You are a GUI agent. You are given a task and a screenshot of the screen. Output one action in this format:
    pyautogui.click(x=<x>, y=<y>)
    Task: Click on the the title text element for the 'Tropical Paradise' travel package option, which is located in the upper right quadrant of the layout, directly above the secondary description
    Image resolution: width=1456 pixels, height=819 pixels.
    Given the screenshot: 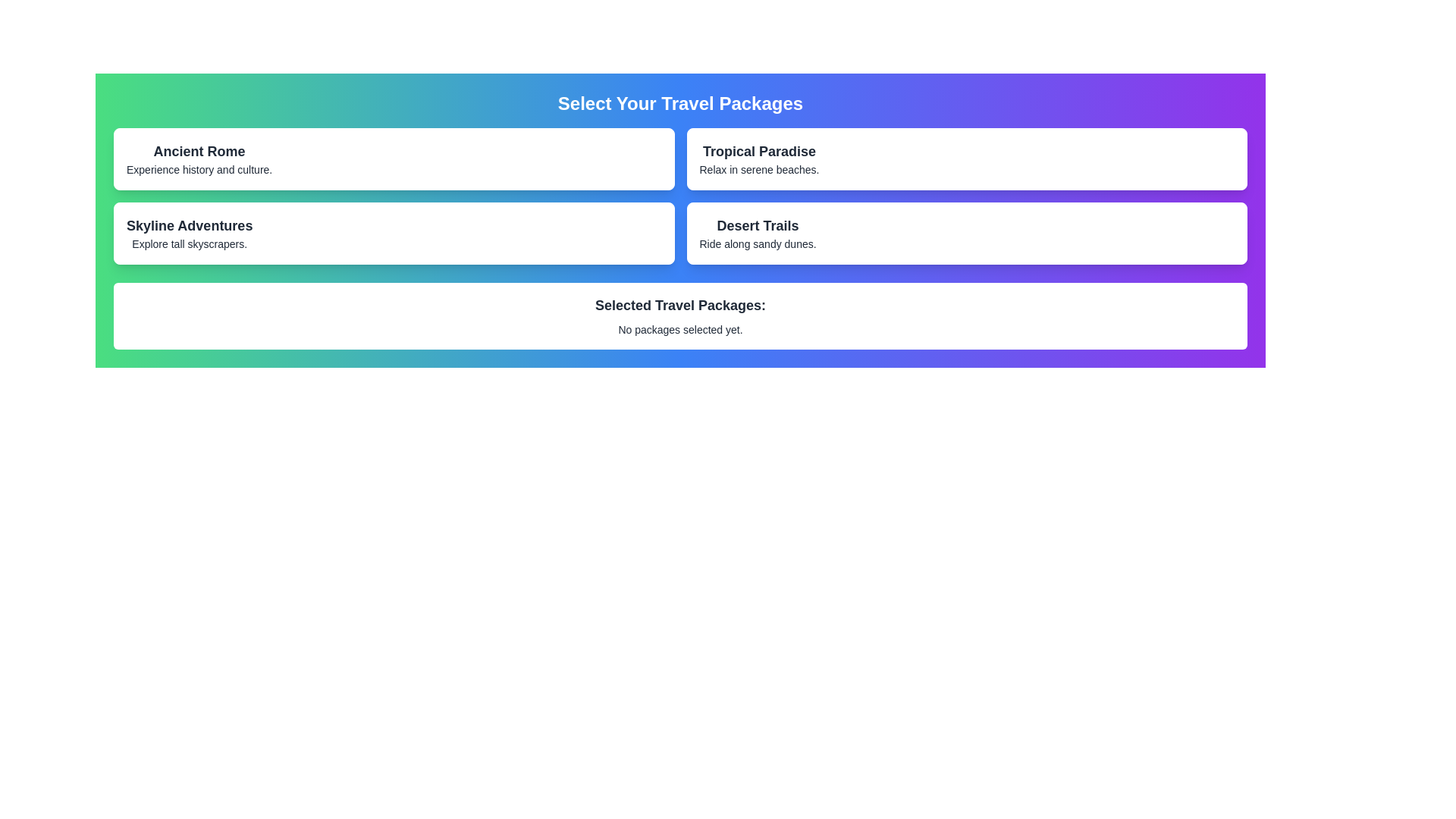 What is the action you would take?
    pyautogui.click(x=759, y=152)
    